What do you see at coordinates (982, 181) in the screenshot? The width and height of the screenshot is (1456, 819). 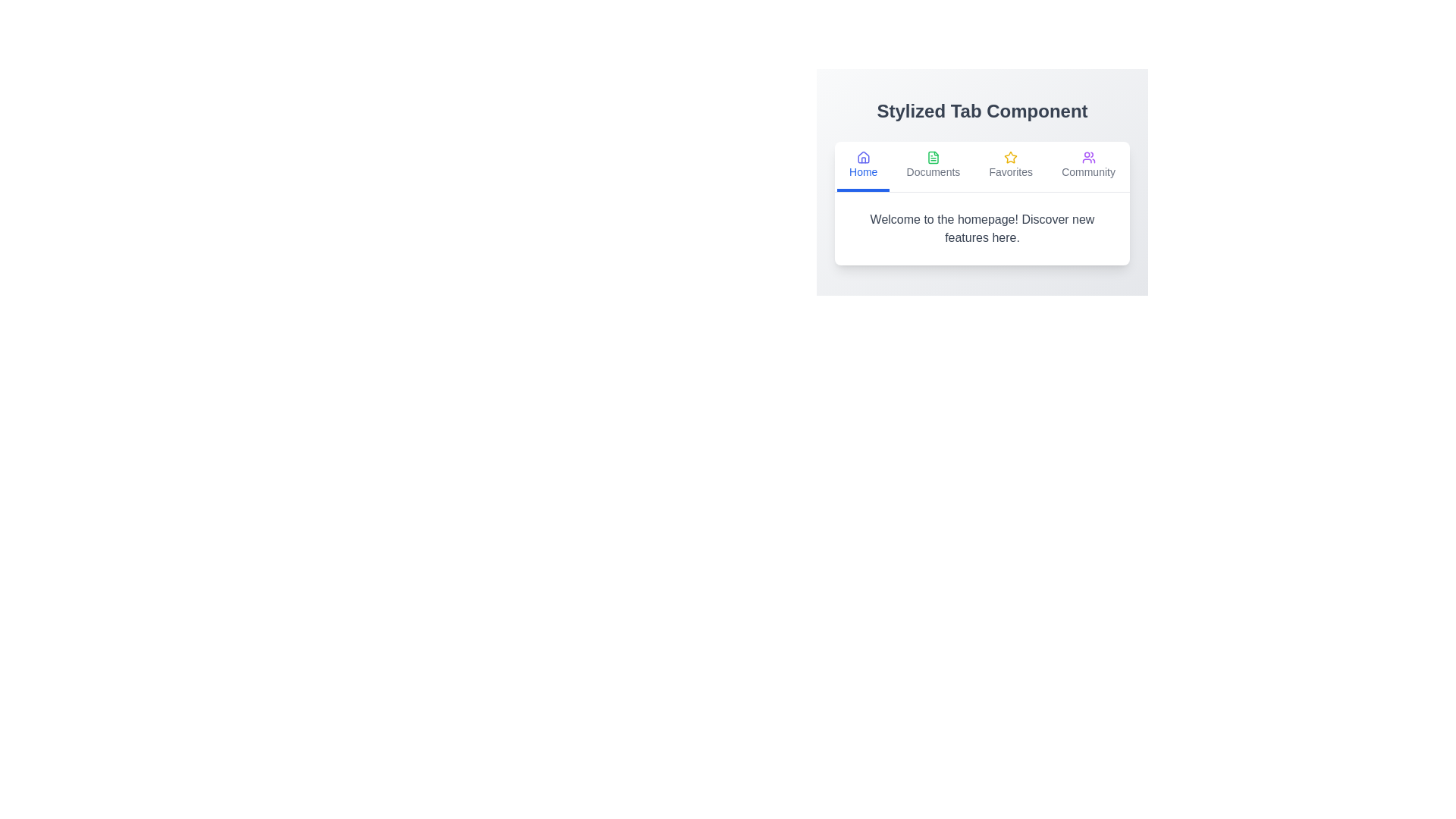 I see `the tab in the Tabbed Navigation Component` at bounding box center [982, 181].